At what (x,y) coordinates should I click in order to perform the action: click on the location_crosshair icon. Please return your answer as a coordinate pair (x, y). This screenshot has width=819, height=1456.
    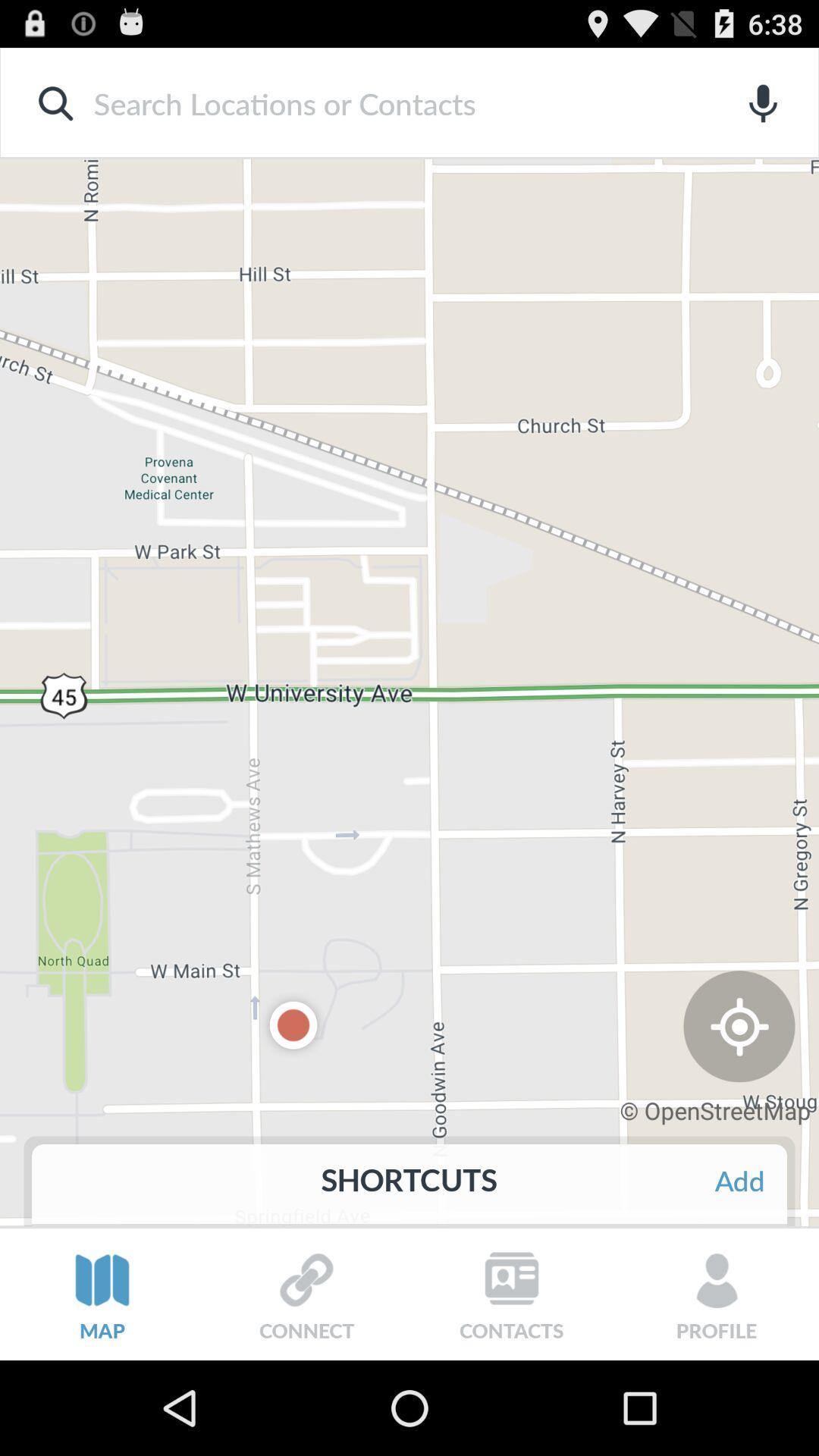
    Looking at the image, I should click on (739, 1098).